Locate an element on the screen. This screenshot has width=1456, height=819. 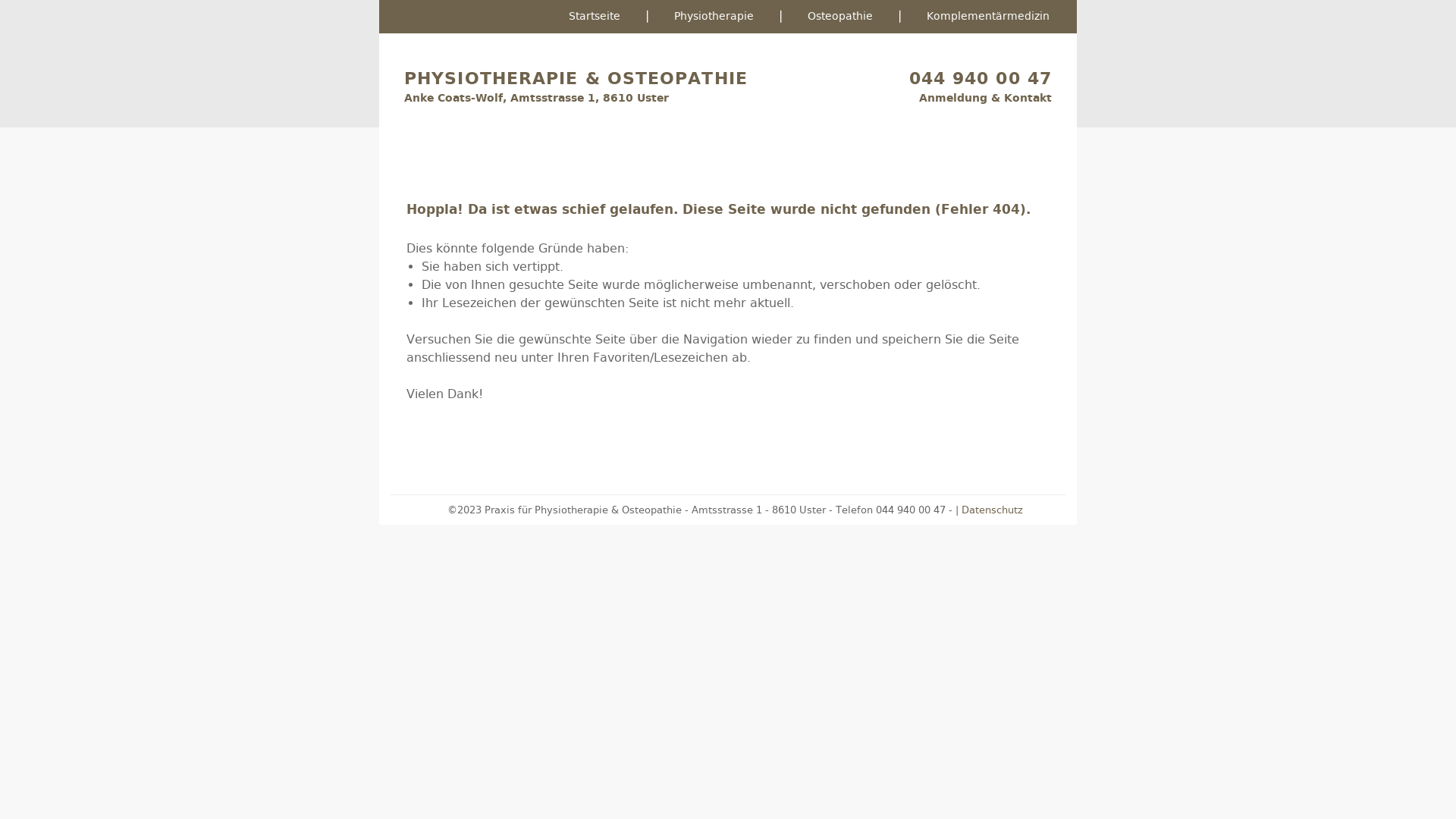
'Physiotherapie' is located at coordinates (713, 17).